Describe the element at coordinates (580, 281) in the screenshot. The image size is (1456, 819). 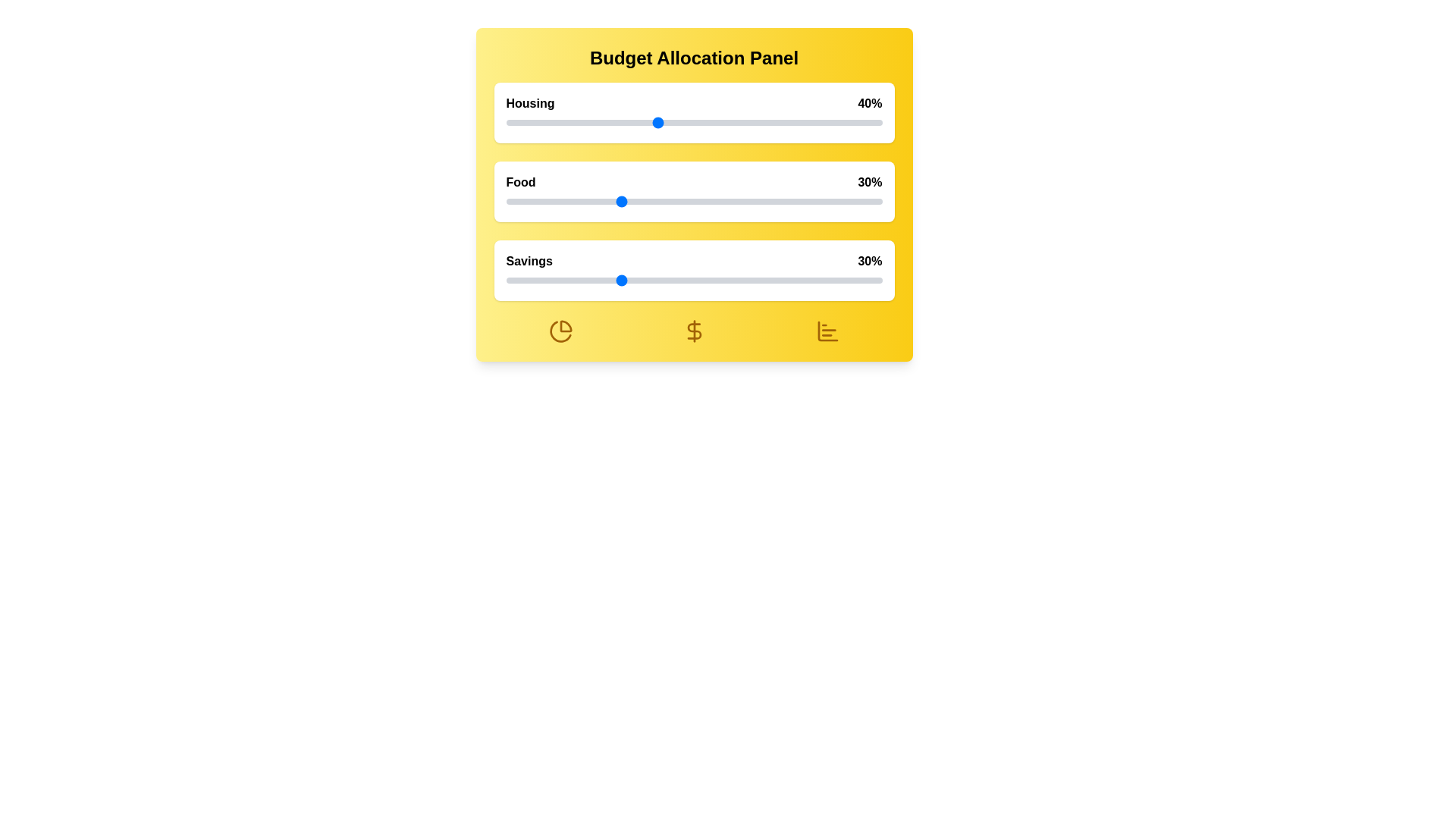
I see `the savings percentage` at that location.